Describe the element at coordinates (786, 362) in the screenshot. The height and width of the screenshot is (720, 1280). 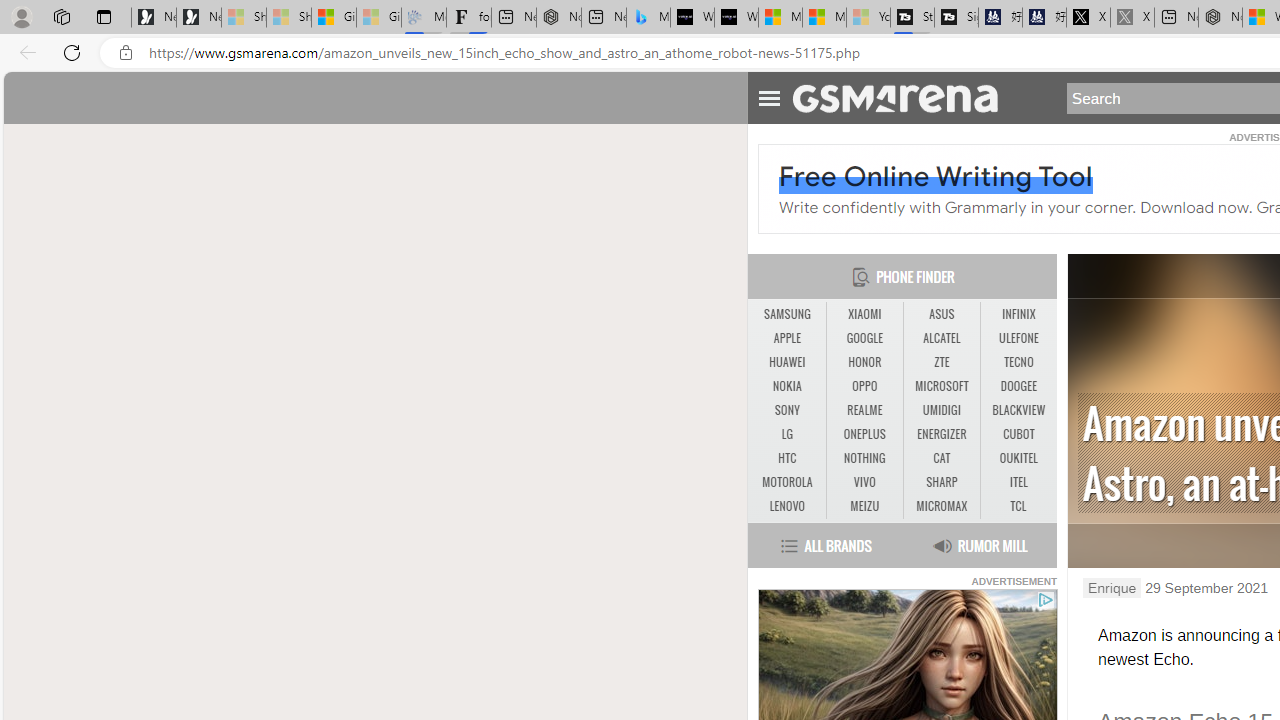
I see `'HUAWEI'` at that location.